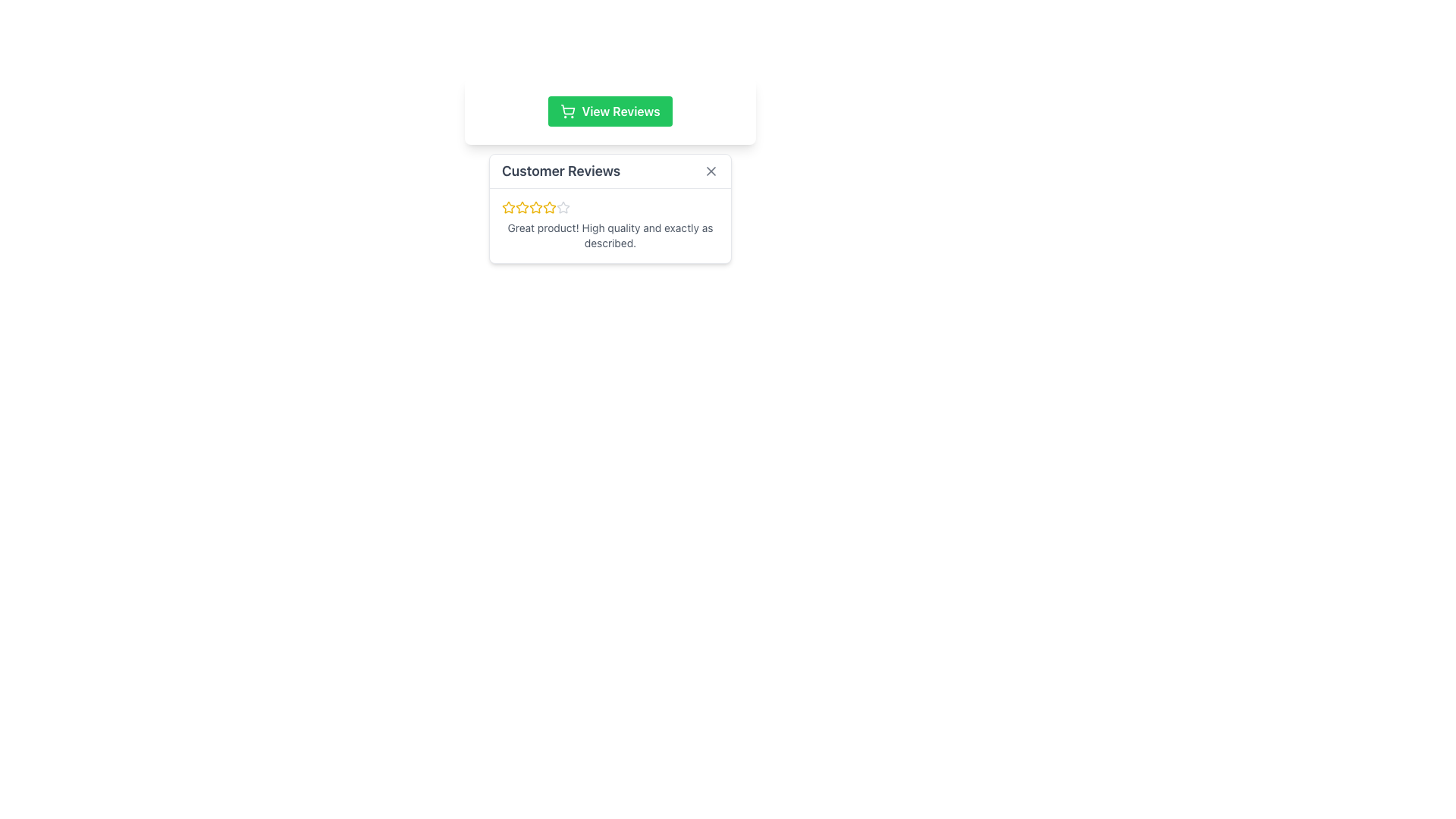 The height and width of the screenshot is (819, 1456). Describe the element at coordinates (560, 171) in the screenshot. I see `the 'Customer Reviews' text label, which is styled in bold and medium-large font, located in the header block of the review section` at that location.